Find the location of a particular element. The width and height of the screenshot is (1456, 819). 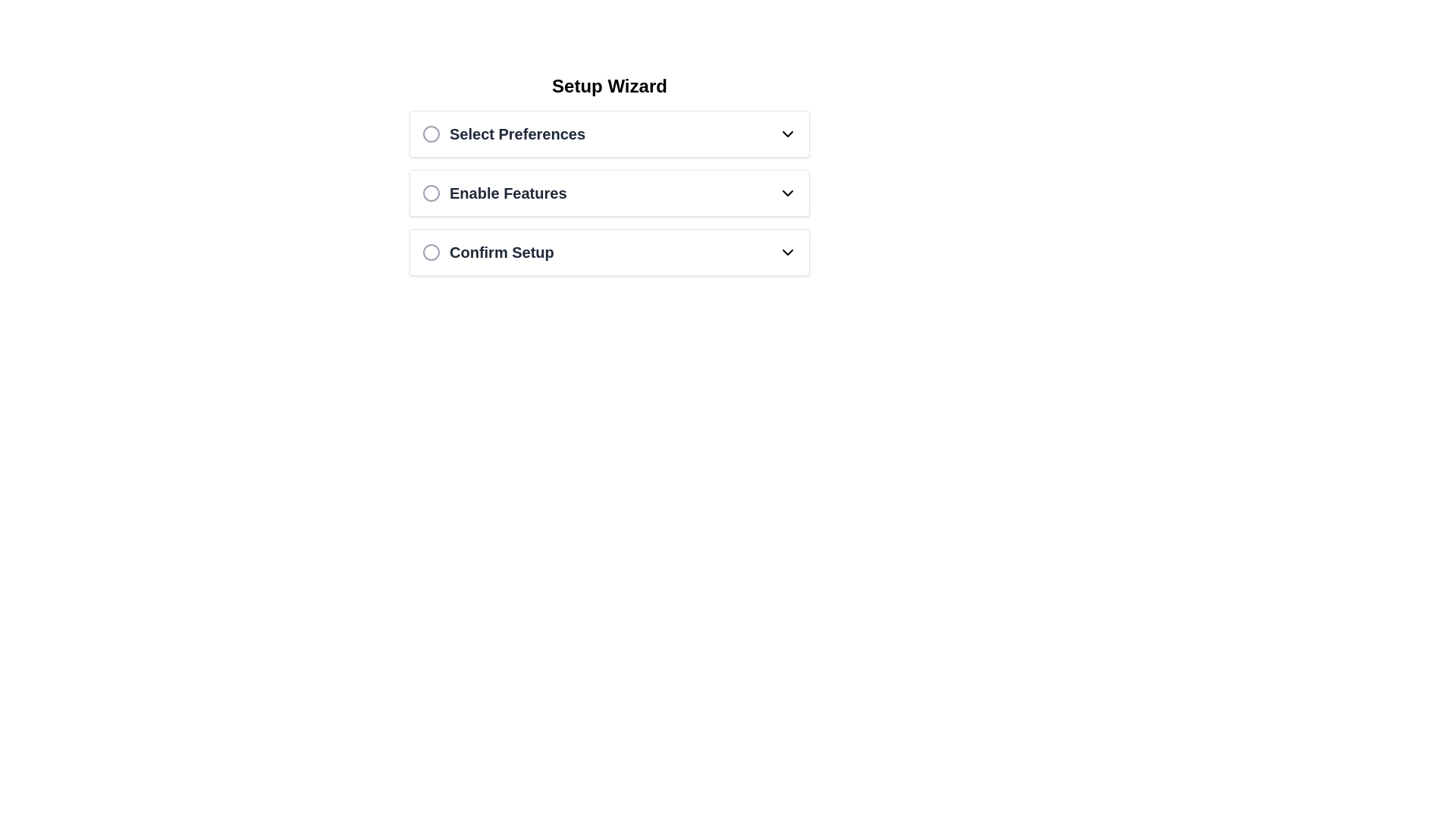

the text label titled 'Enable Features', which is the second option in the 'Setup Wizard' settings list, positioned below 'Select Preferences' and above 'Confirm Setup' is located at coordinates (508, 192).